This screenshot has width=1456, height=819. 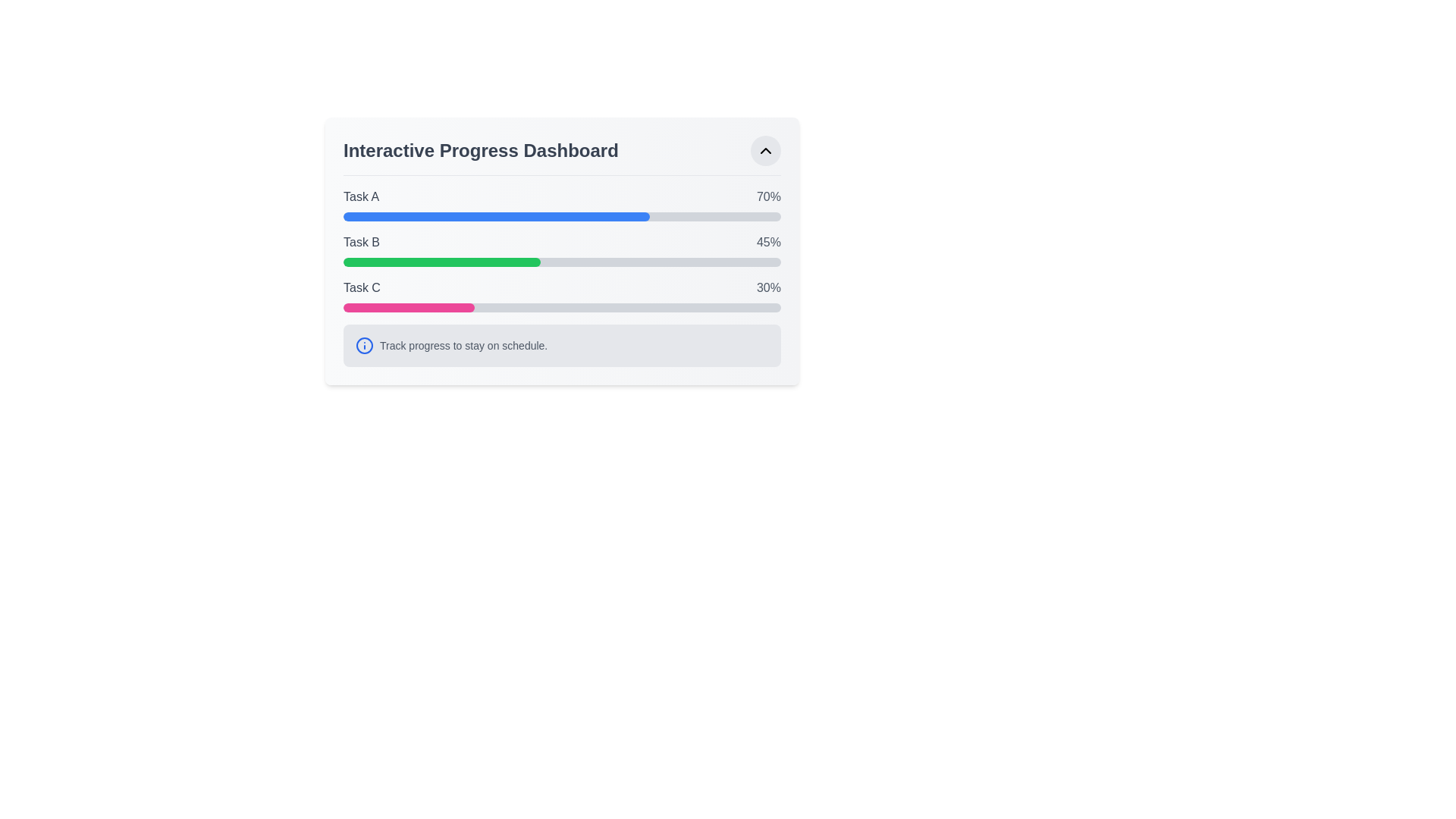 I want to click on the visual representation of the Progress bar segment indicating the completion level of 'Task C', positioned below the header 'Interactive Progress Dashboard' and to the left of the '30%' percentage indicator, so click(x=409, y=307).